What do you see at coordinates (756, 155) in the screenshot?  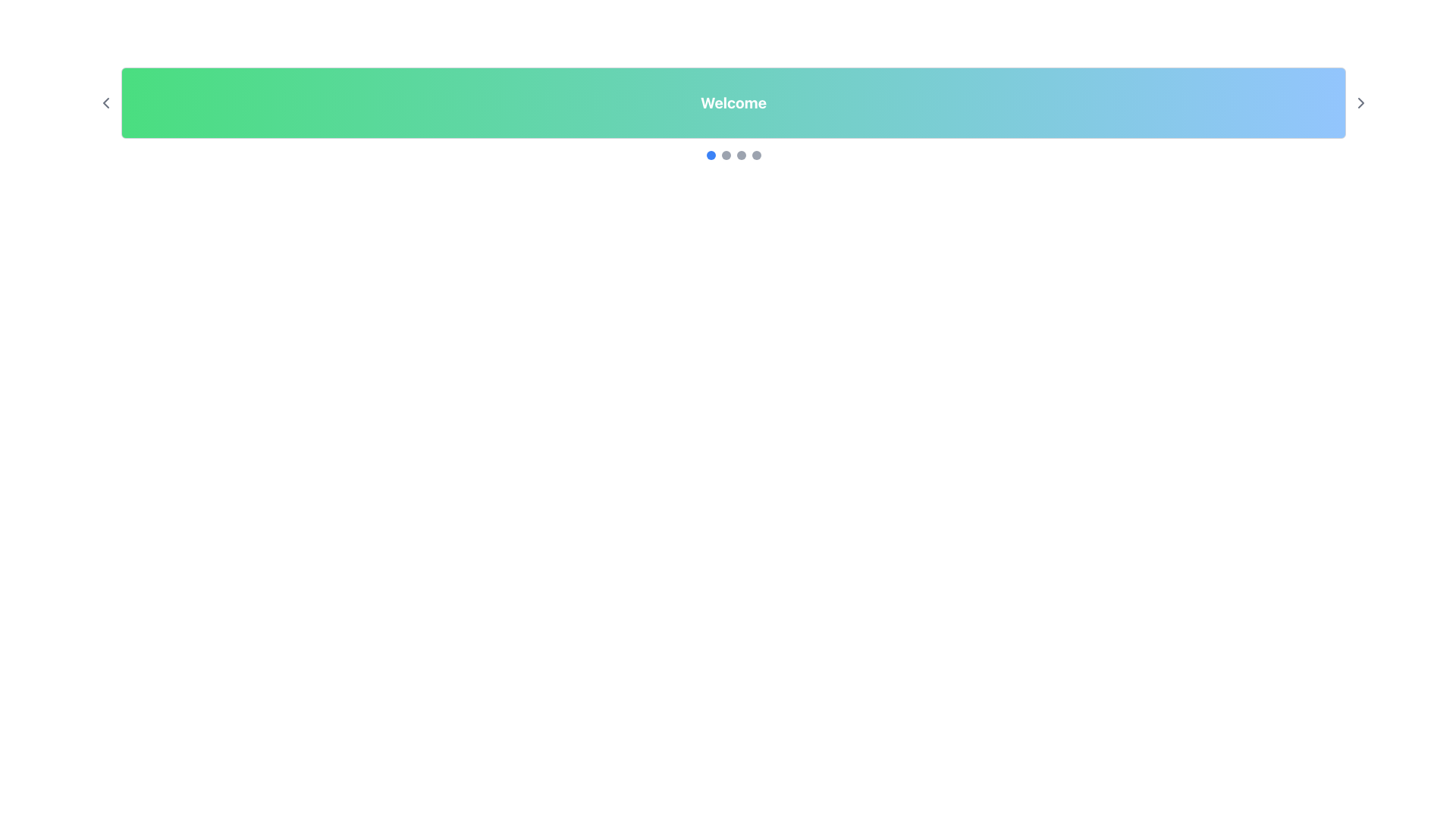 I see `the fourth circular navigation button with a gray background located below the 'Welcome' header to observe its hover effects` at bounding box center [756, 155].